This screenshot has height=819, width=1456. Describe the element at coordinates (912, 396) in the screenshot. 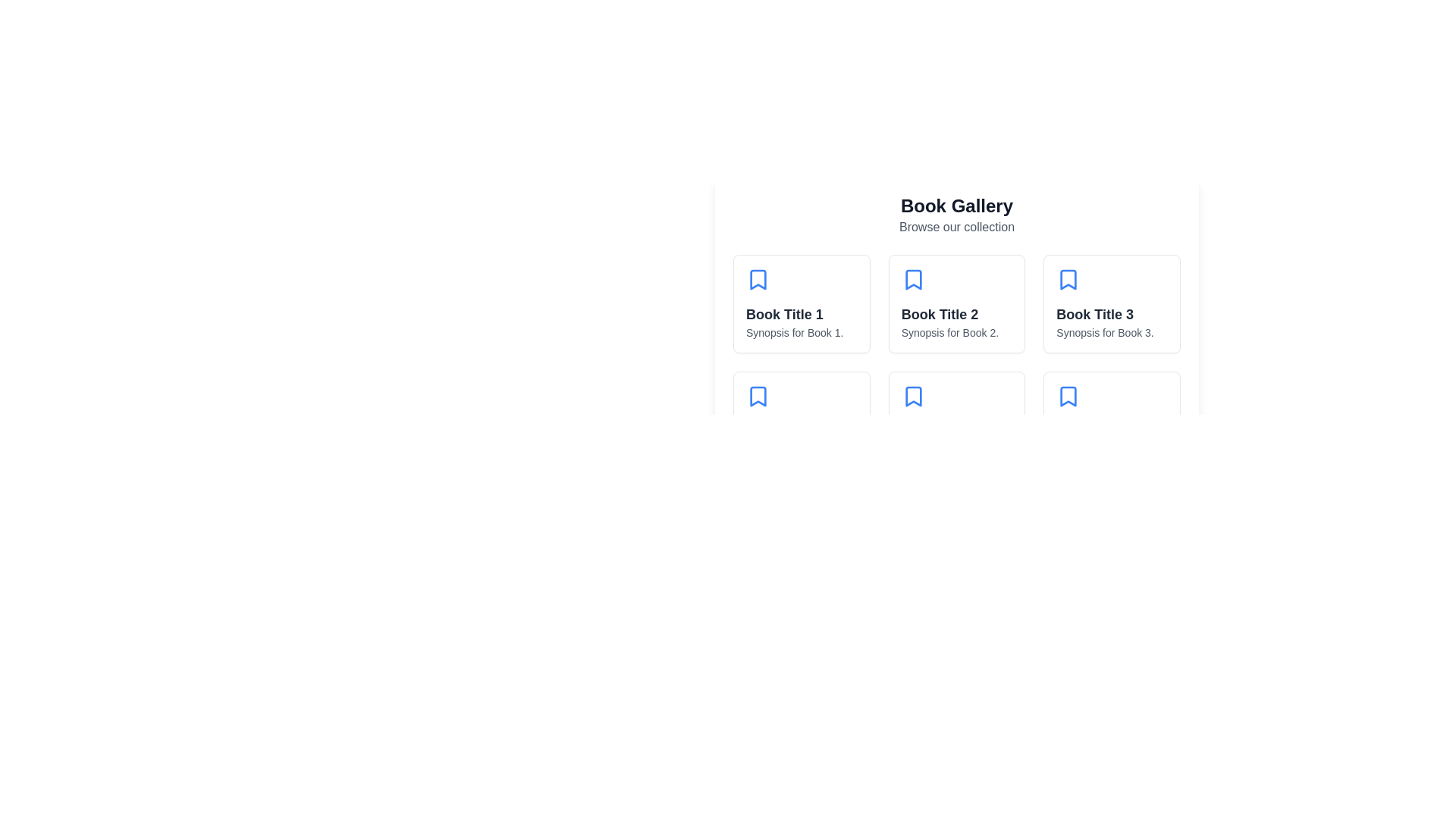

I see `the bookmark icon, which is an SVG graphical element located in the fourth cell of a grid layout, second row and first column, and signifies a bookmarking or saving action` at that location.